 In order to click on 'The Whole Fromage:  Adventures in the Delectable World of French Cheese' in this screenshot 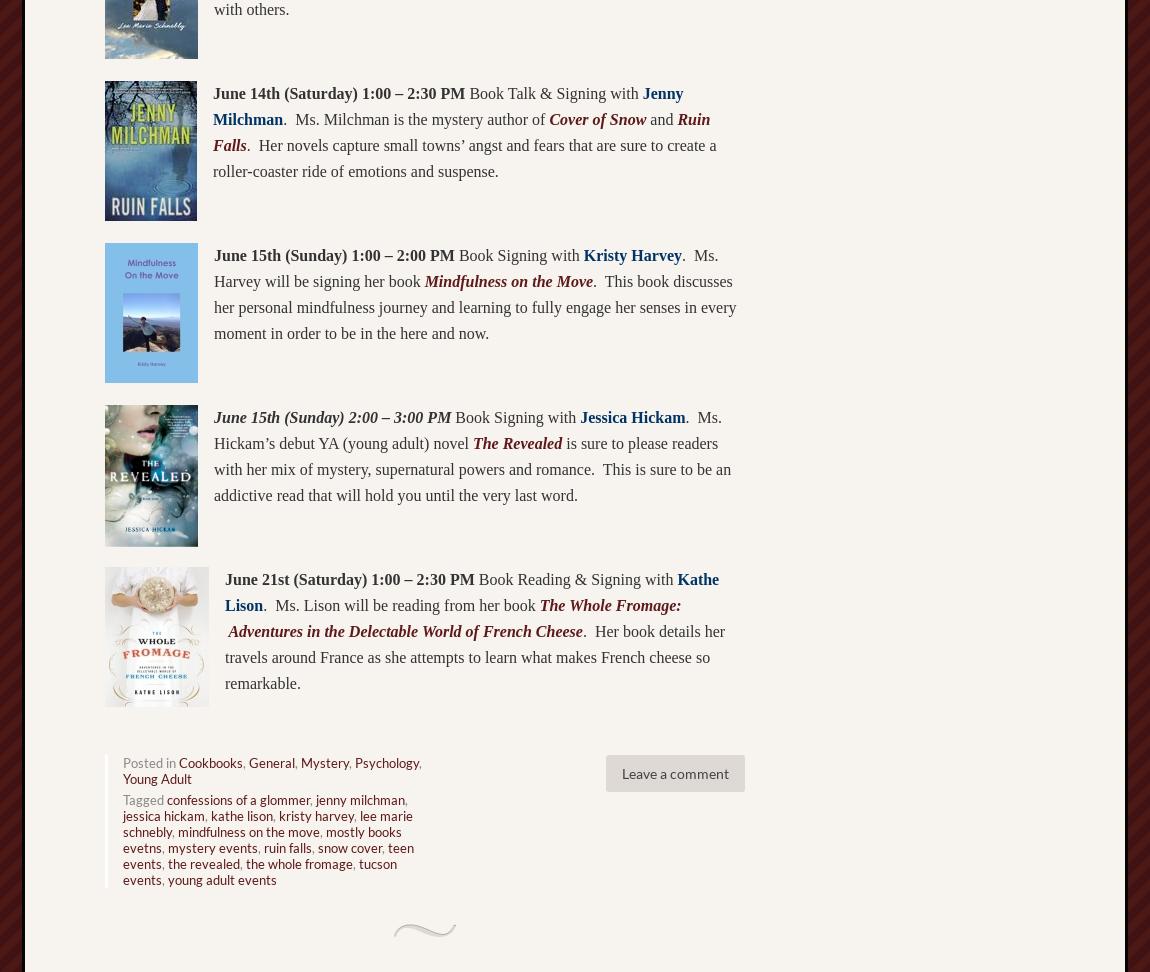, I will do `click(452, 617)`.